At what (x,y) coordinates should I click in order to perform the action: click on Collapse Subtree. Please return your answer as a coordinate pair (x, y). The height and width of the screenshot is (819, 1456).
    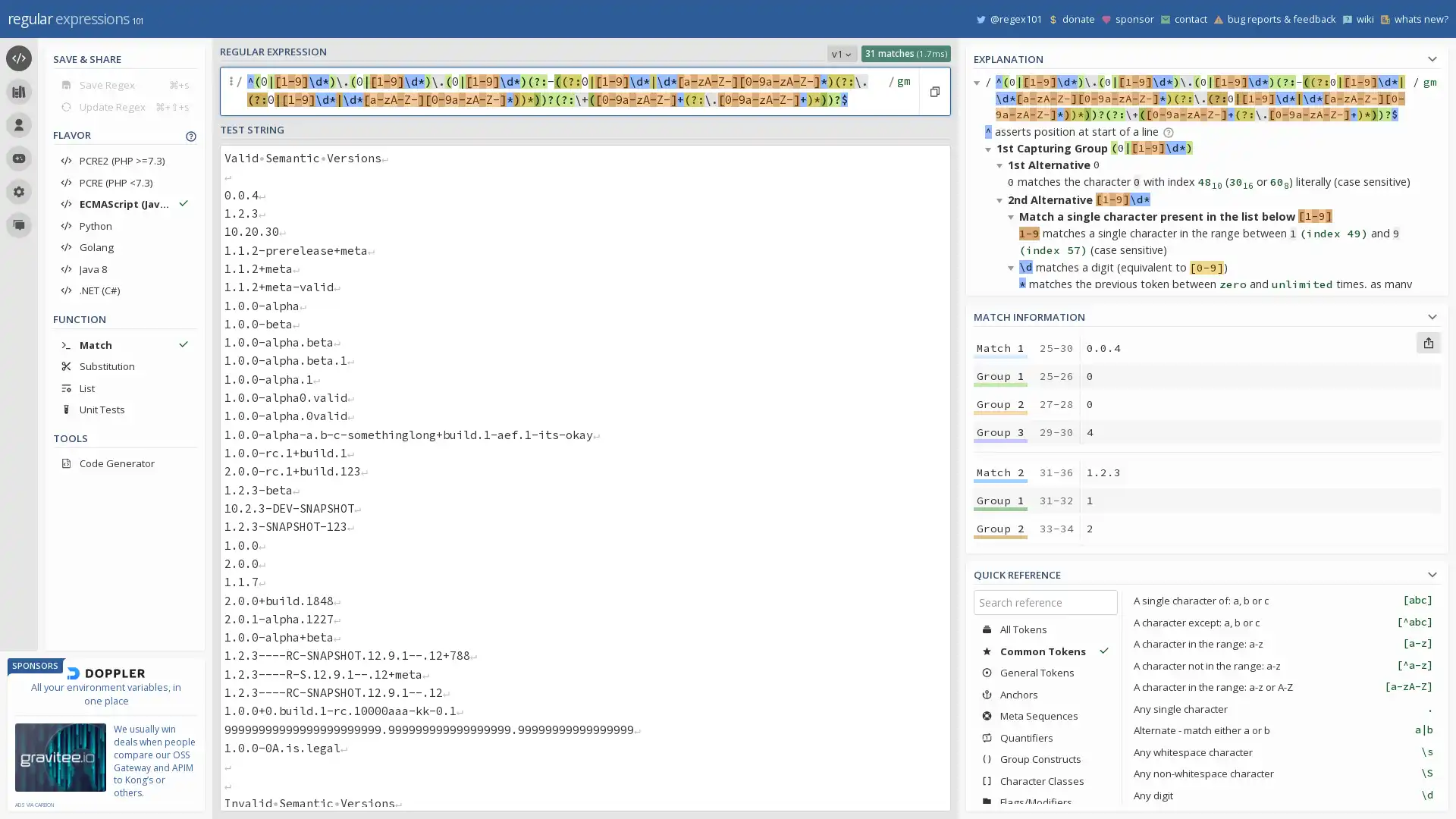
    Looking at the image, I should click on (1013, 403).